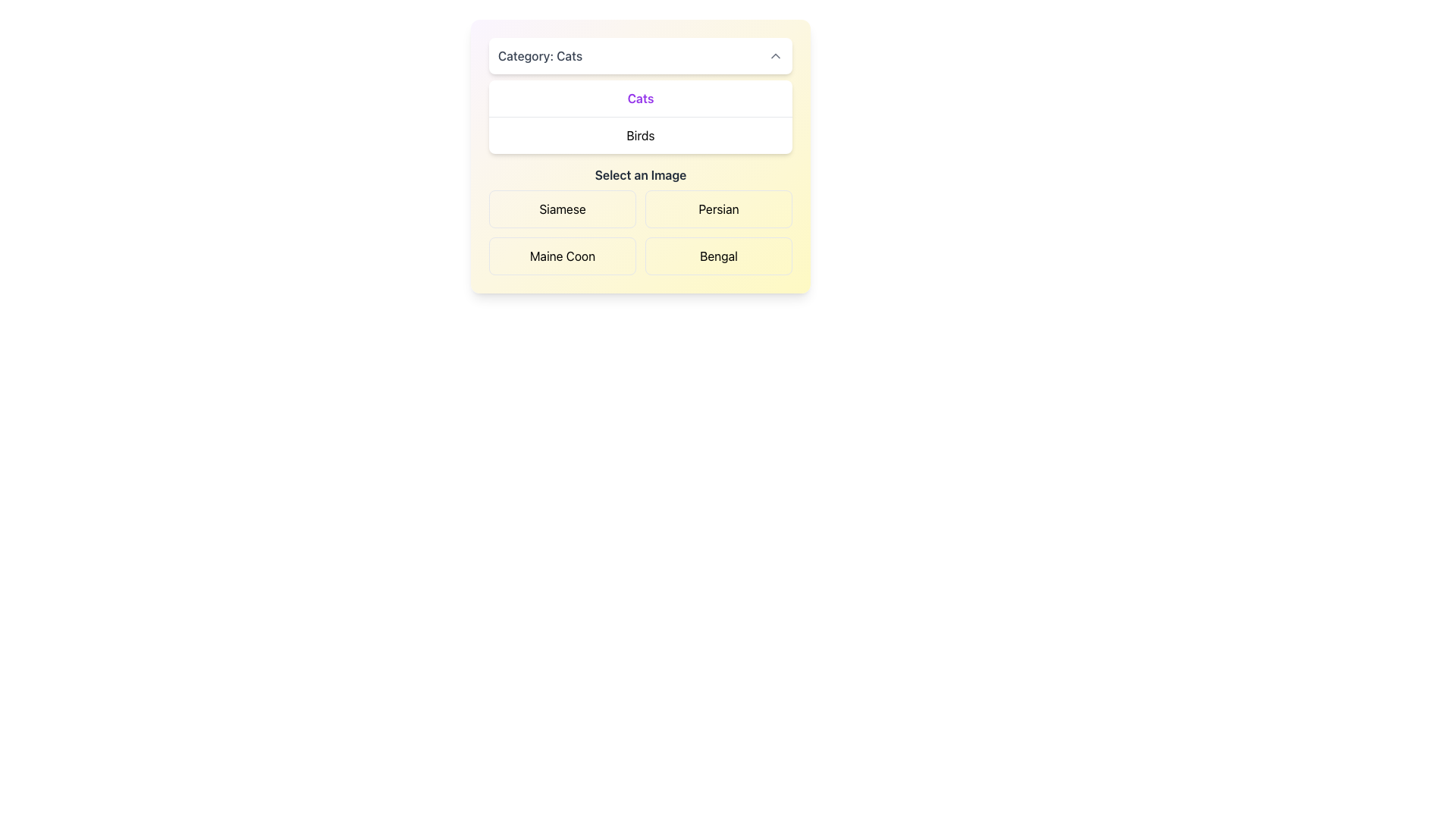  What do you see at coordinates (718, 256) in the screenshot?
I see `the selectable option button located in the second row and second column of the grid to trigger a visual effect` at bounding box center [718, 256].